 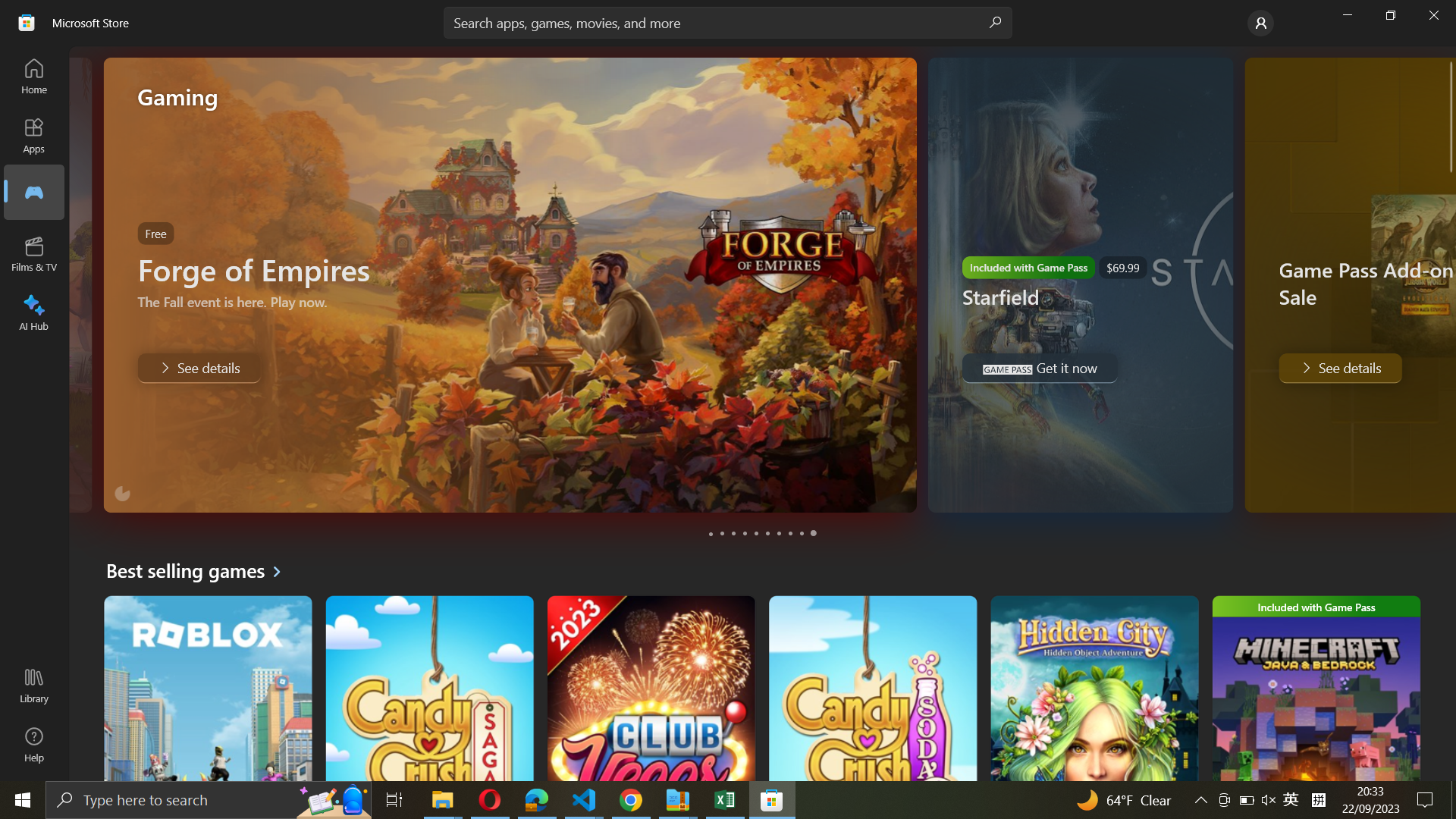 I want to click on the Account settings page, so click(x=1259, y=23).